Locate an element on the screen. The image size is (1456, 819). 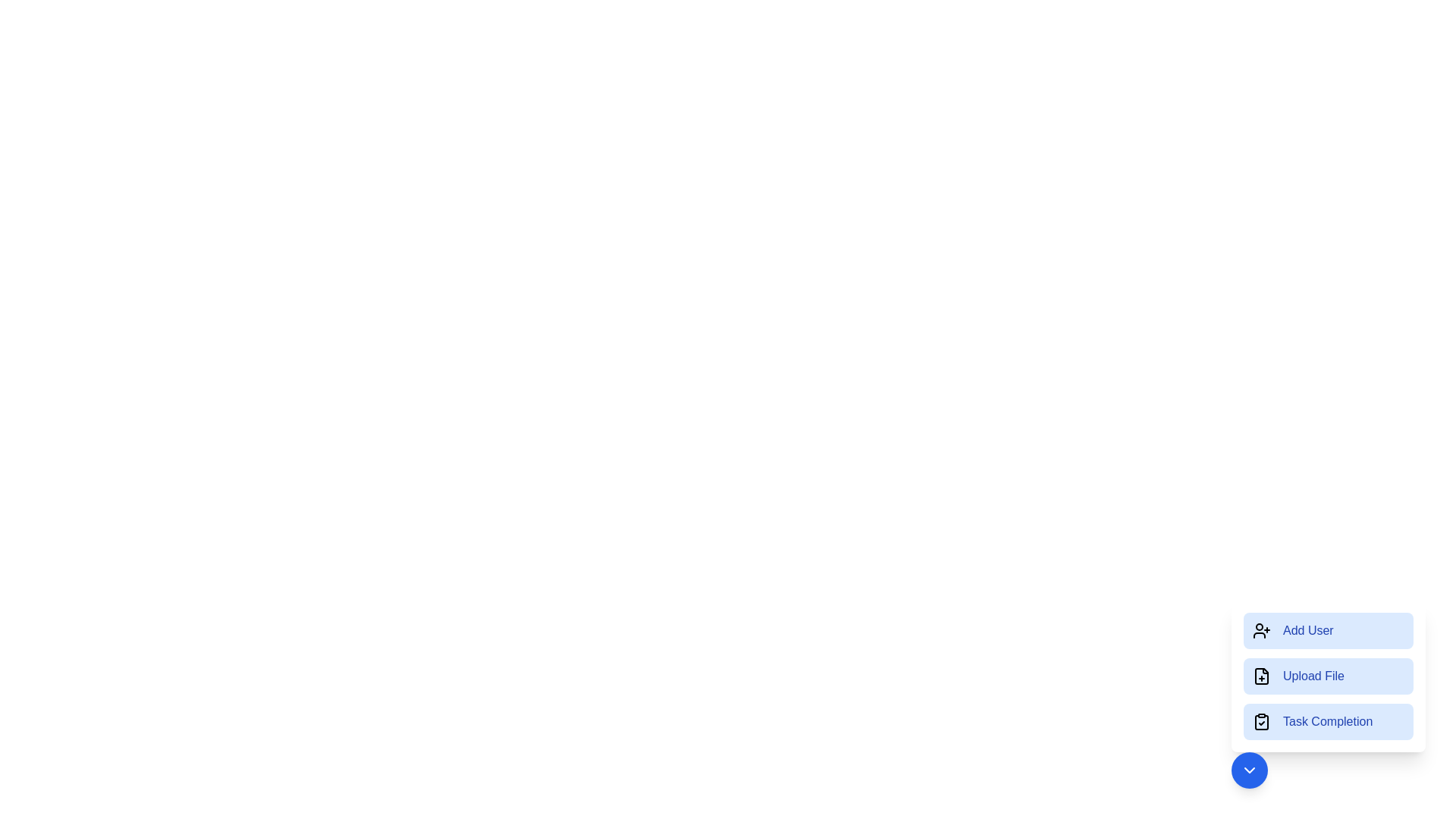
the Add User button is located at coordinates (1328, 631).